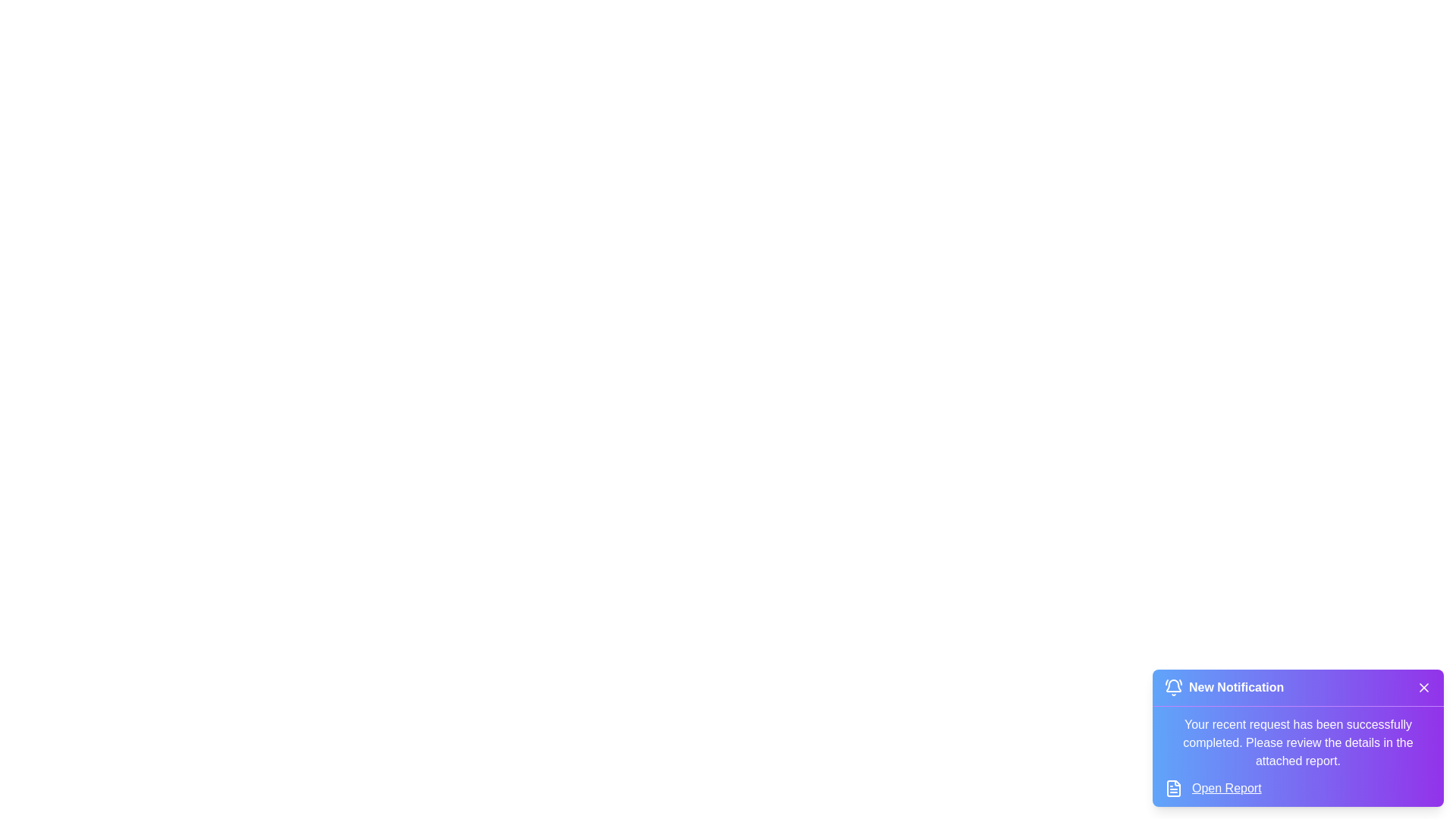  I want to click on the Text Label located in the top-right corner of the notification pop-up, which serves as the title or heading for the notification, so click(1236, 687).